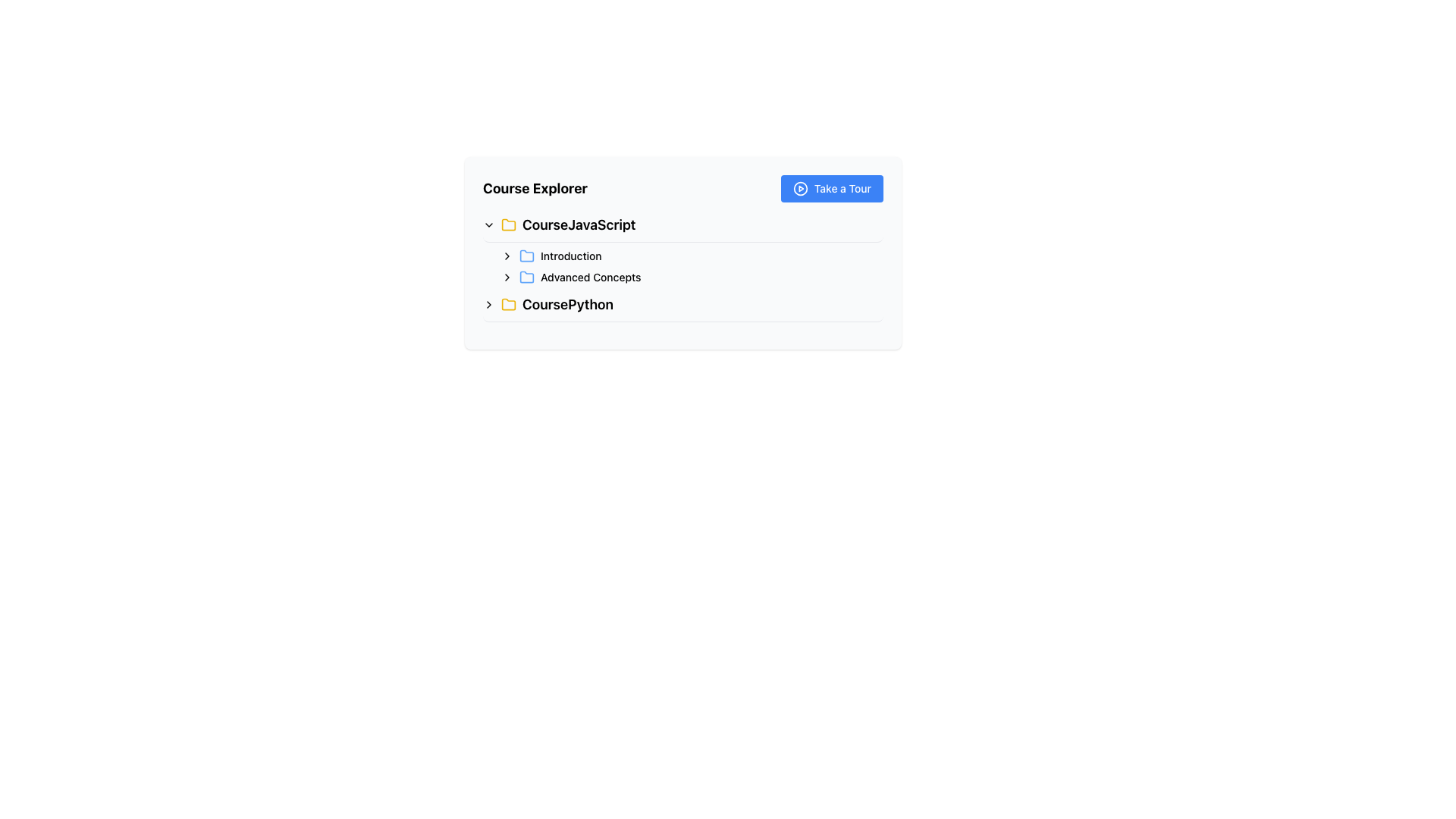 This screenshot has width=1456, height=819. What do you see at coordinates (527, 256) in the screenshot?
I see `the SVG-based folder icon that signifies the 'Introduction' section within the 'CourseJavaScript' hierarchy, located to the left of the 'Introduction' text in the 'Course Explorer' panel` at bounding box center [527, 256].